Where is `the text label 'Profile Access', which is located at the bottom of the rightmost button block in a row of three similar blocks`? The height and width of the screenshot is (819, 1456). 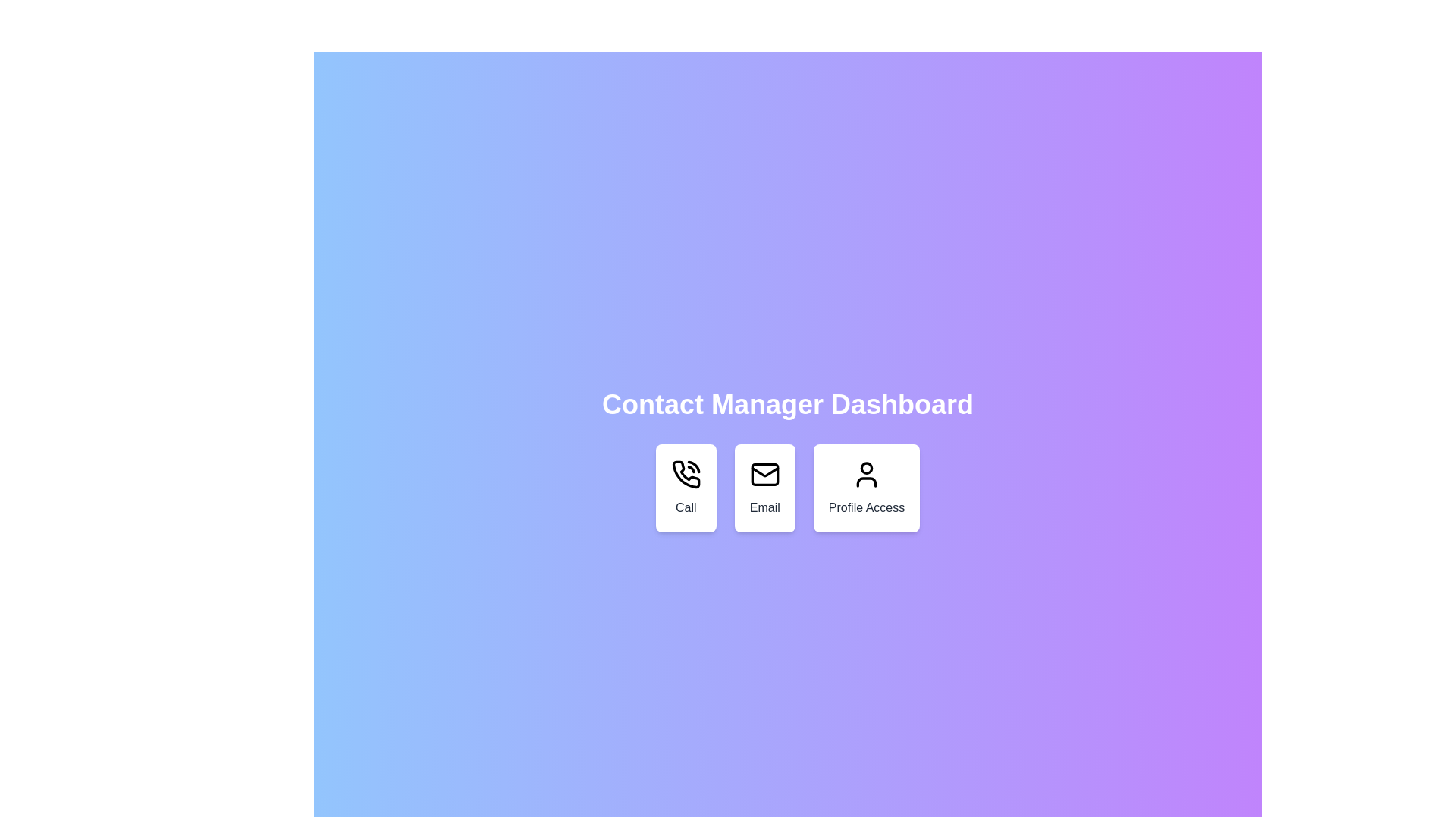 the text label 'Profile Access', which is located at the bottom of the rightmost button block in a row of three similar blocks is located at coordinates (866, 508).